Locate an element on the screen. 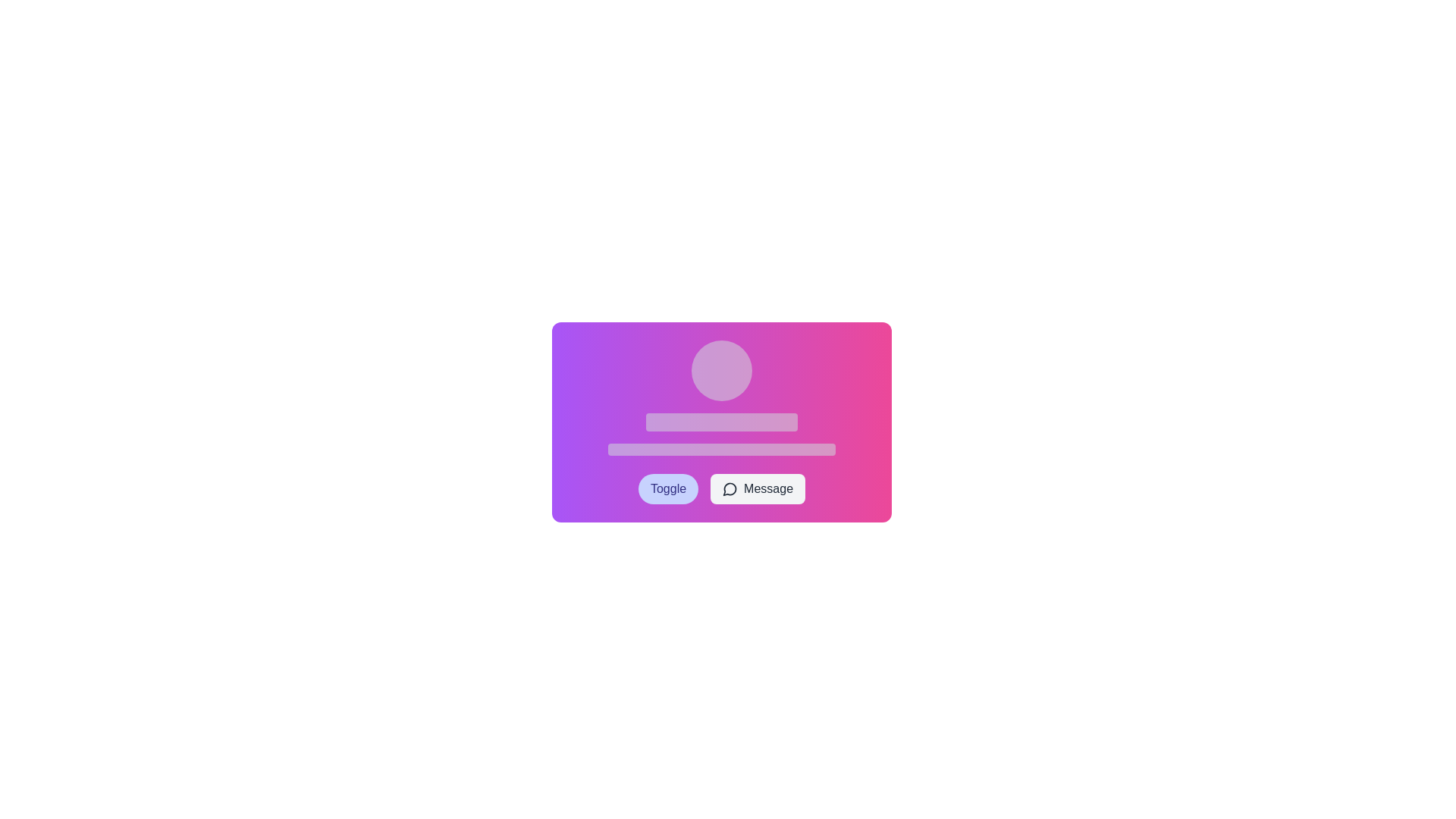 The height and width of the screenshot is (819, 1456). the outlined speech bubble icon located next to the 'Message' label at the bottom right of the card layout is located at coordinates (730, 488).